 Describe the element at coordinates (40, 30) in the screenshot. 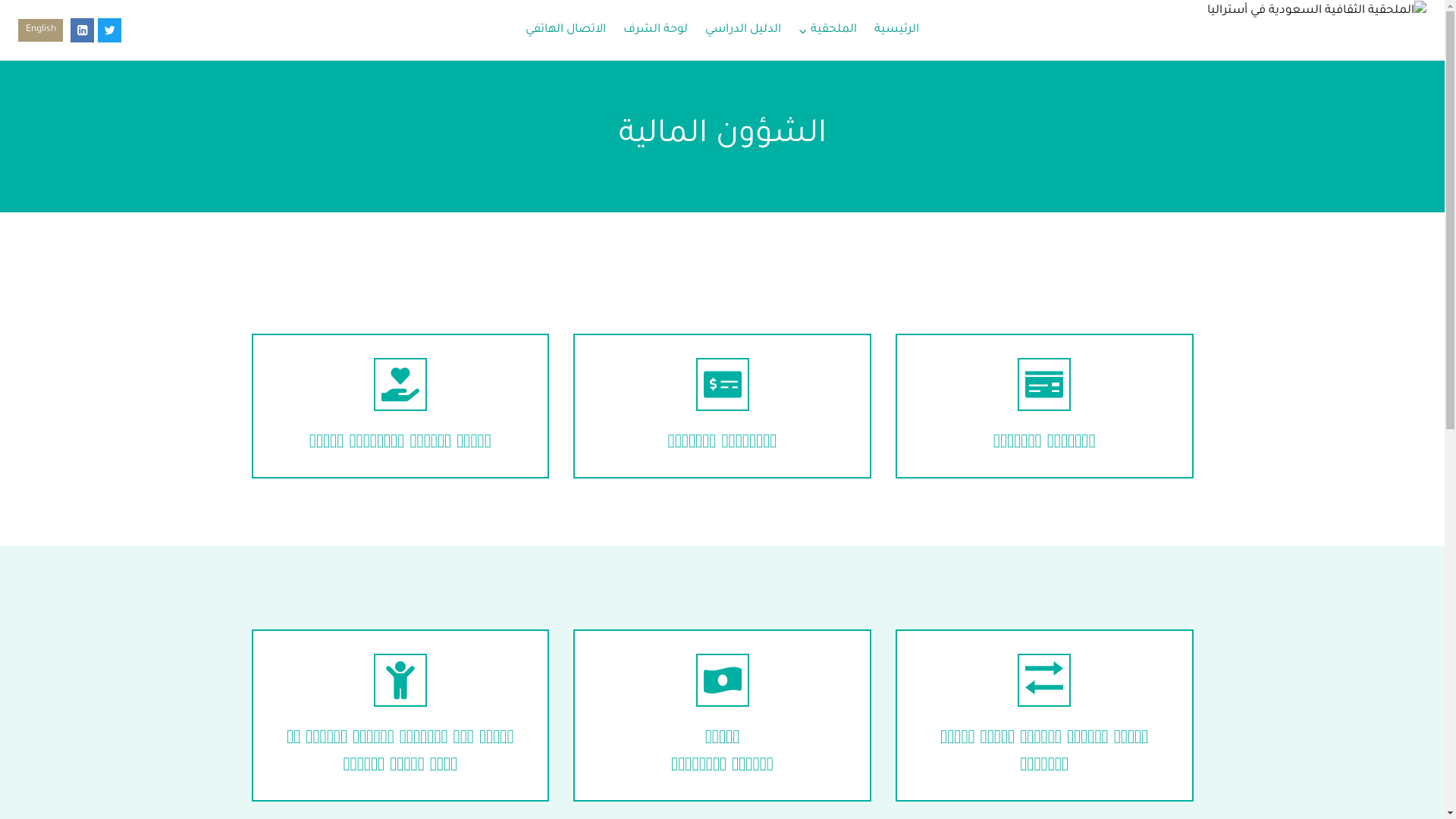

I see `'English'` at that location.